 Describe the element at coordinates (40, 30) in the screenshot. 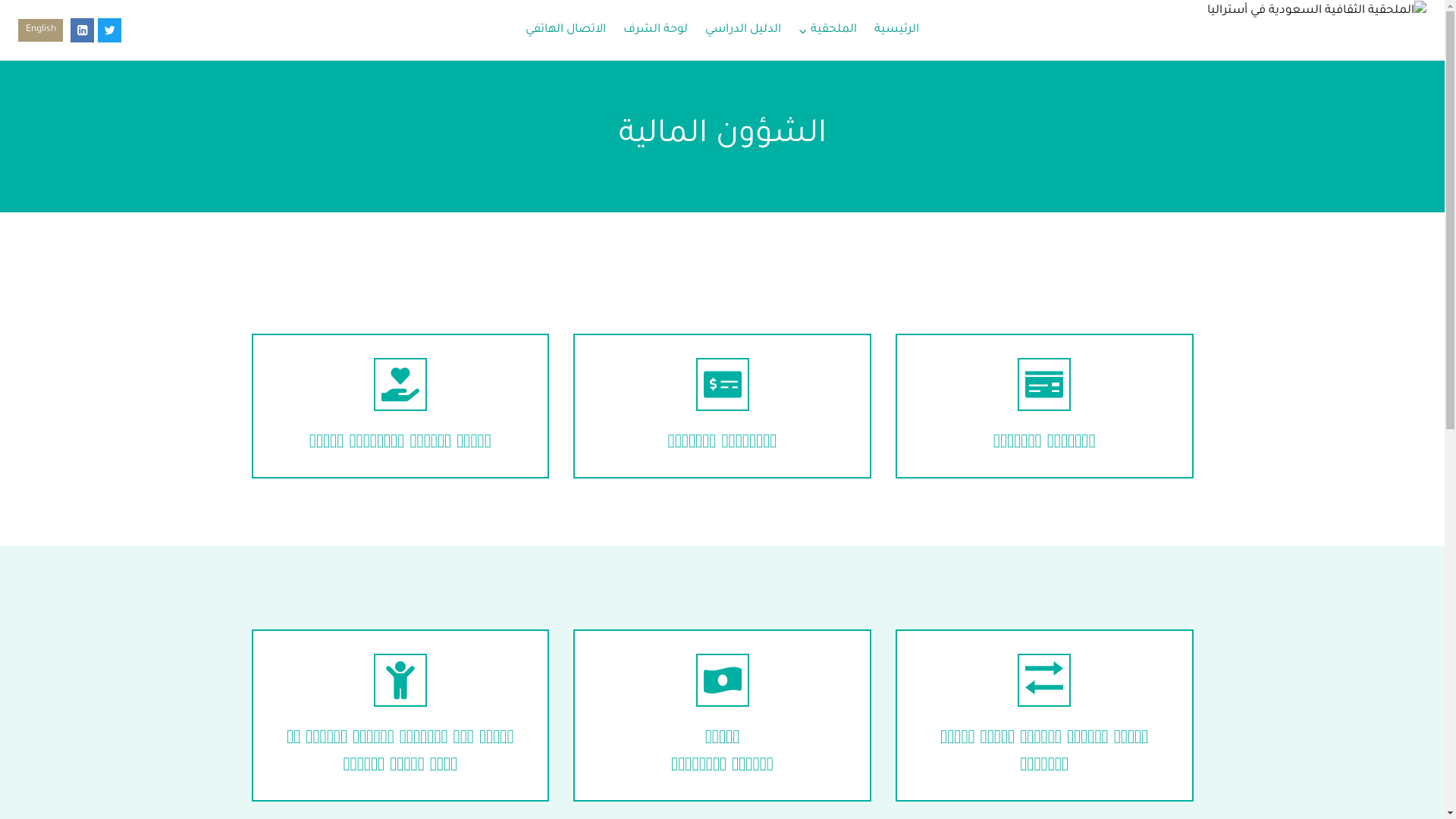

I see `'English'` at that location.